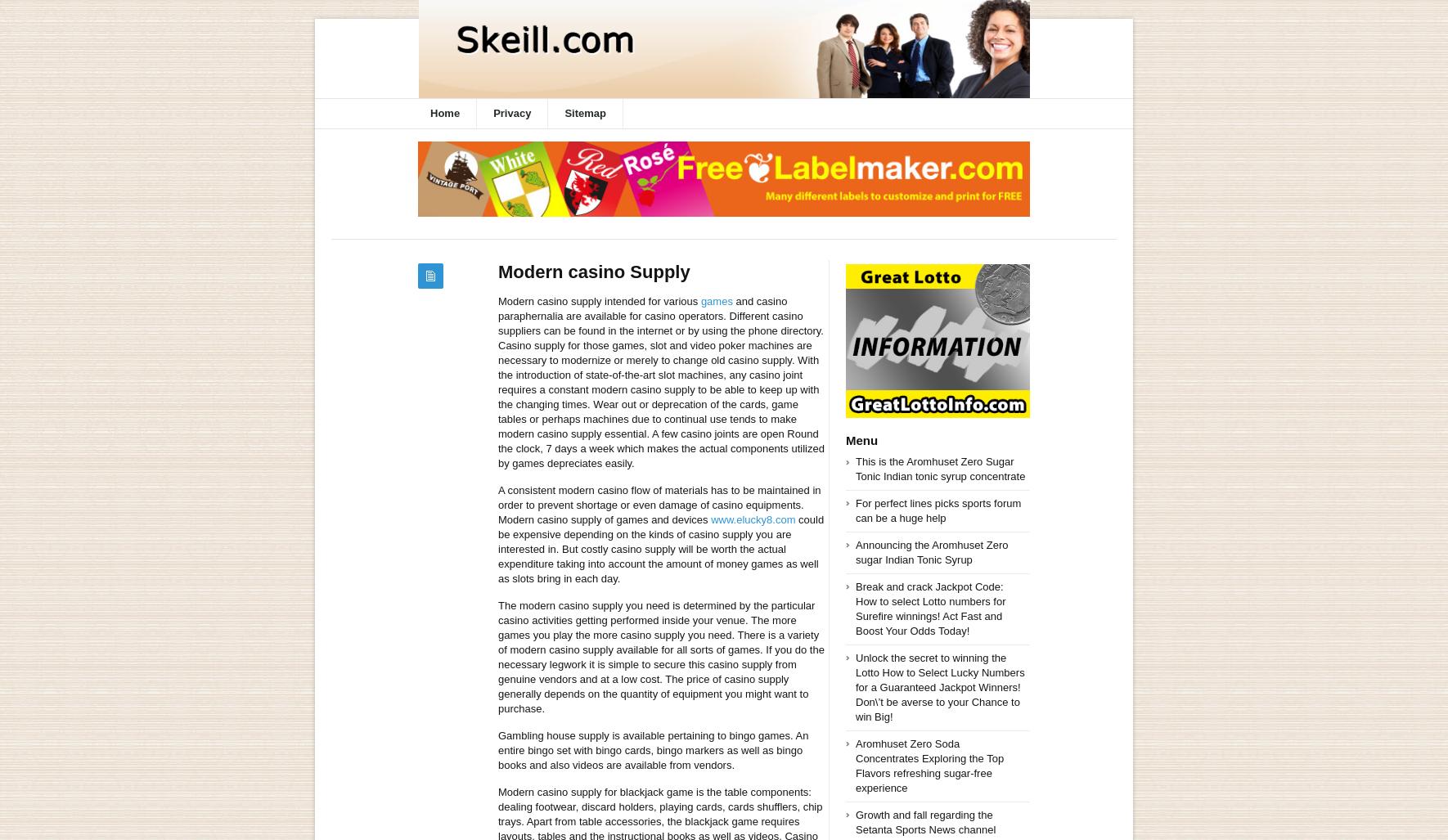 Image resolution: width=1448 pixels, height=840 pixels. I want to click on 'Modern casino Supply', so click(497, 271).